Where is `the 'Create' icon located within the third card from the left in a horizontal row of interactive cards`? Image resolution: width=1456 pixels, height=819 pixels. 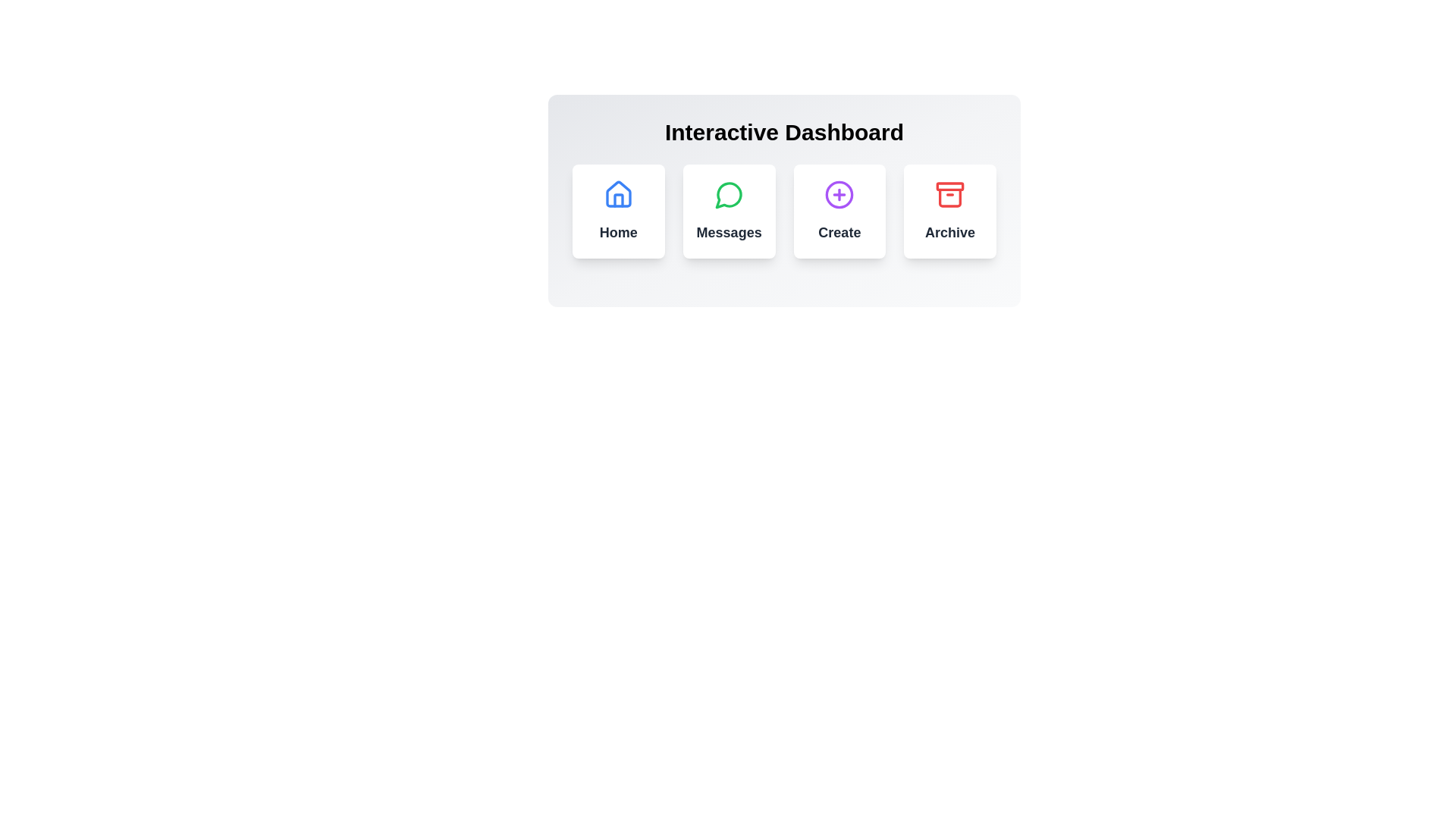
the 'Create' icon located within the third card from the left in a horizontal row of interactive cards is located at coordinates (839, 194).